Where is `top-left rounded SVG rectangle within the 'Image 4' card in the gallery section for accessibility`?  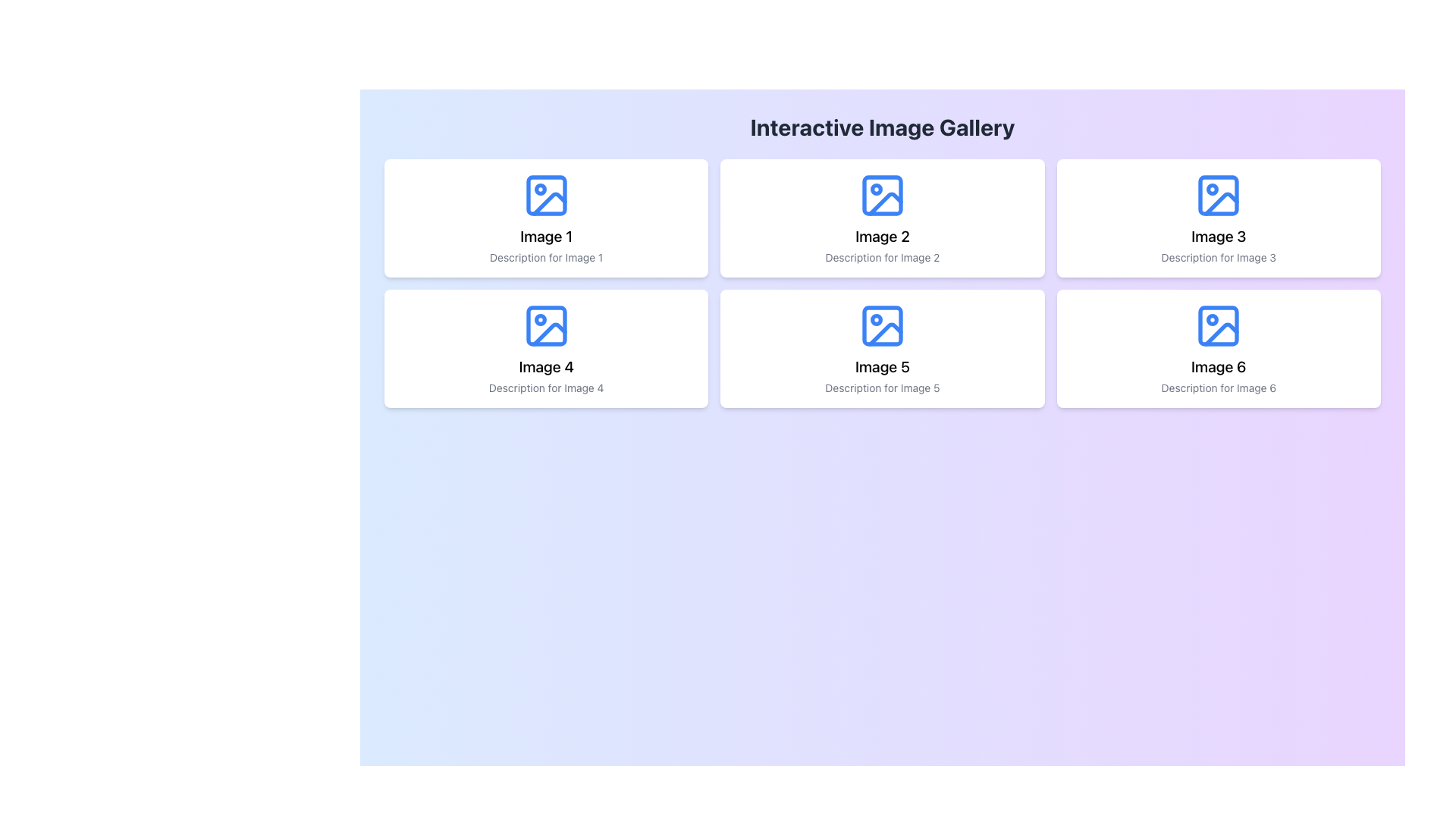 top-left rounded SVG rectangle within the 'Image 4' card in the gallery section for accessibility is located at coordinates (546, 325).